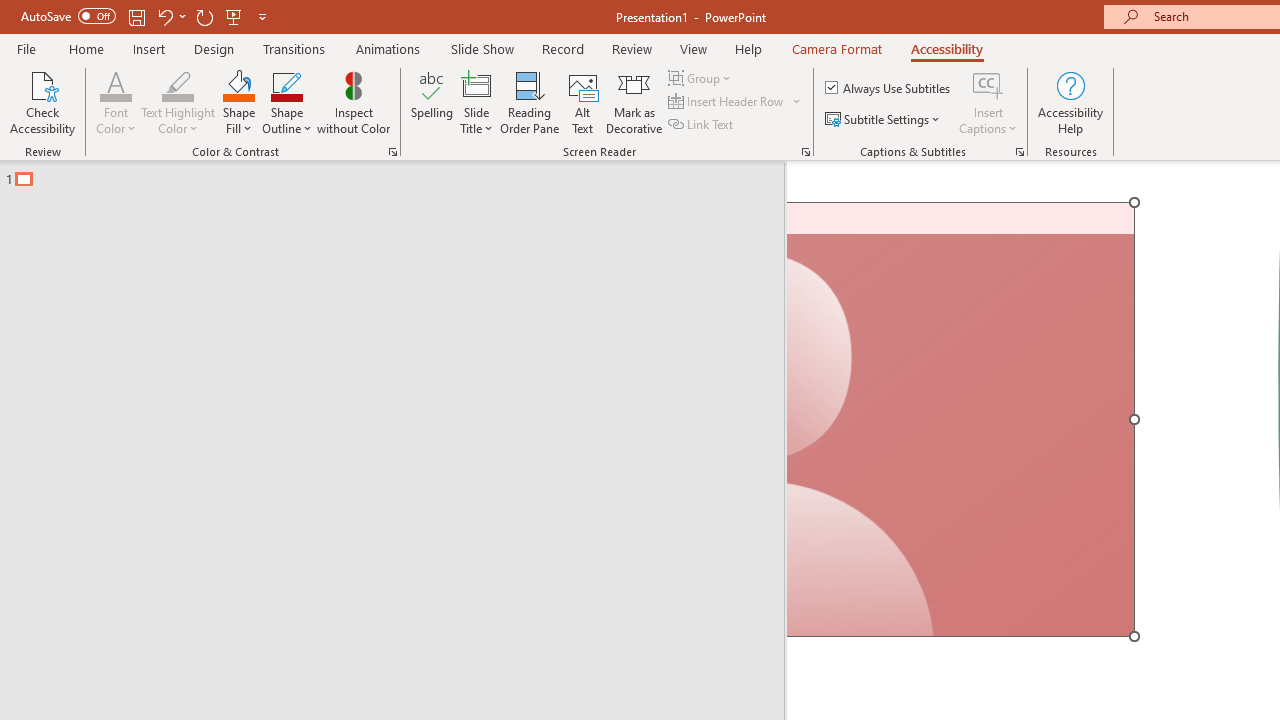 The width and height of the screenshot is (1280, 720). What do you see at coordinates (1069, 103) in the screenshot?
I see `'Accessibility Help'` at bounding box center [1069, 103].